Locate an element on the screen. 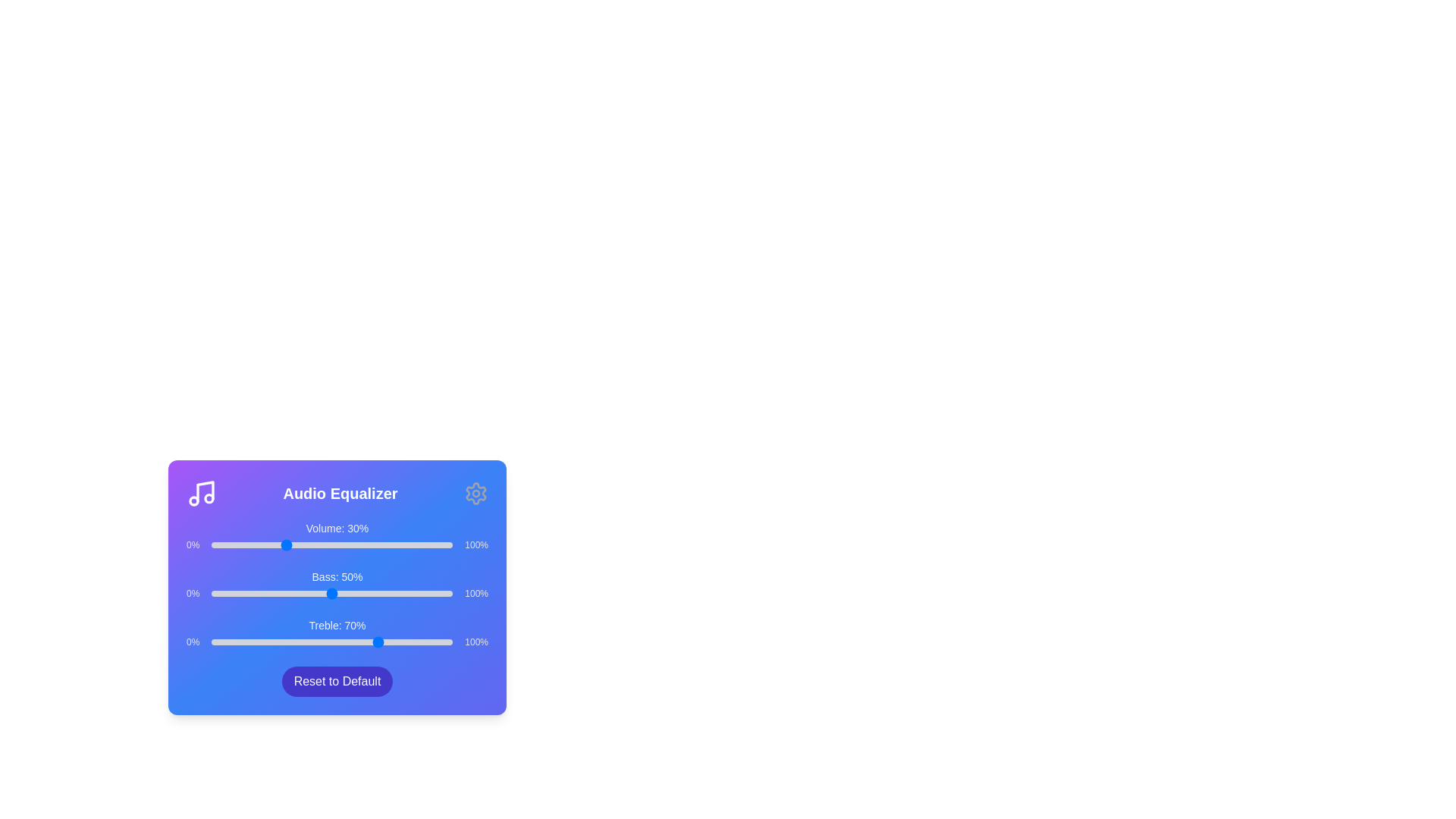  the Treble slider to 82% is located at coordinates (409, 642).